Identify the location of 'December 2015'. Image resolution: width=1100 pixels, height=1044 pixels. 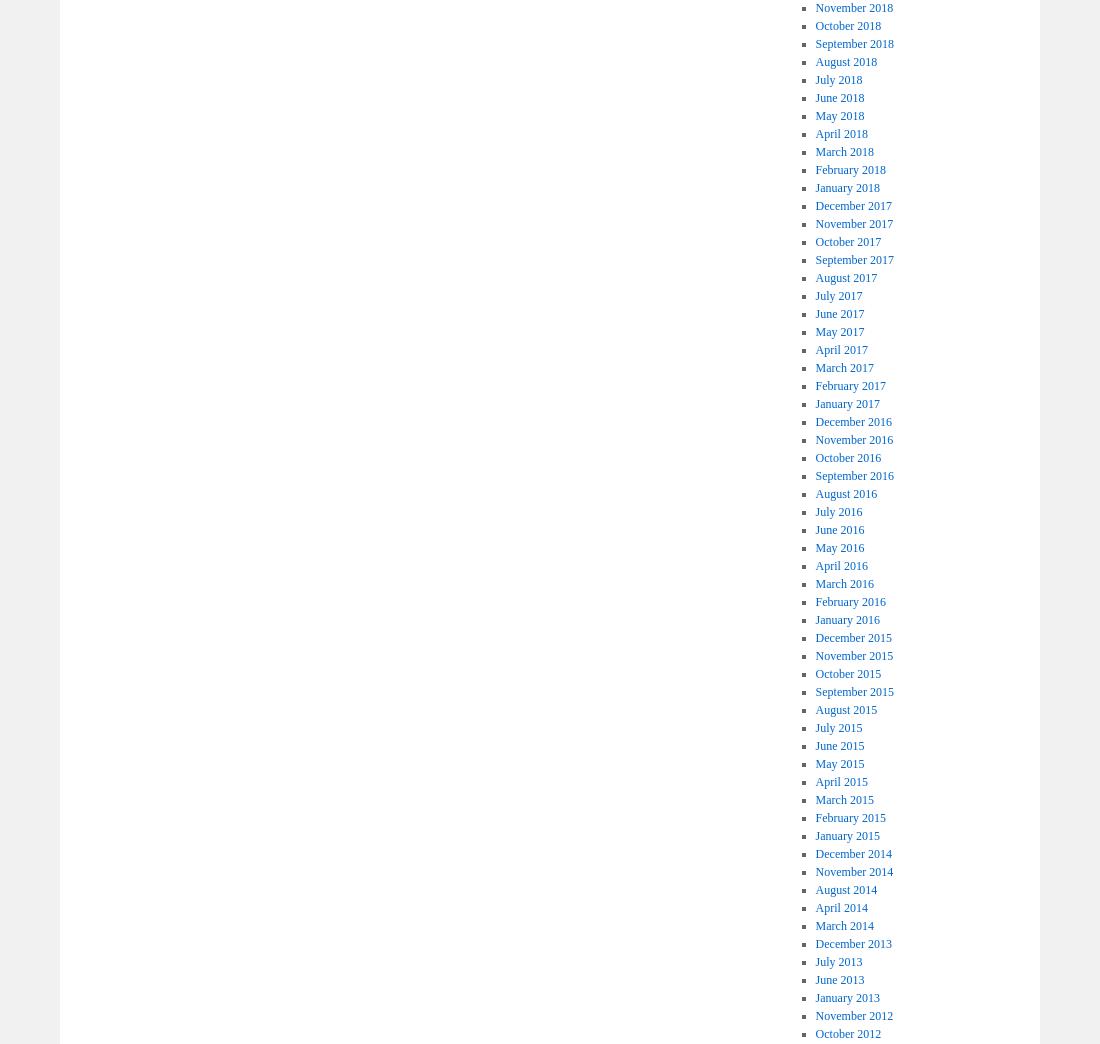
(852, 637).